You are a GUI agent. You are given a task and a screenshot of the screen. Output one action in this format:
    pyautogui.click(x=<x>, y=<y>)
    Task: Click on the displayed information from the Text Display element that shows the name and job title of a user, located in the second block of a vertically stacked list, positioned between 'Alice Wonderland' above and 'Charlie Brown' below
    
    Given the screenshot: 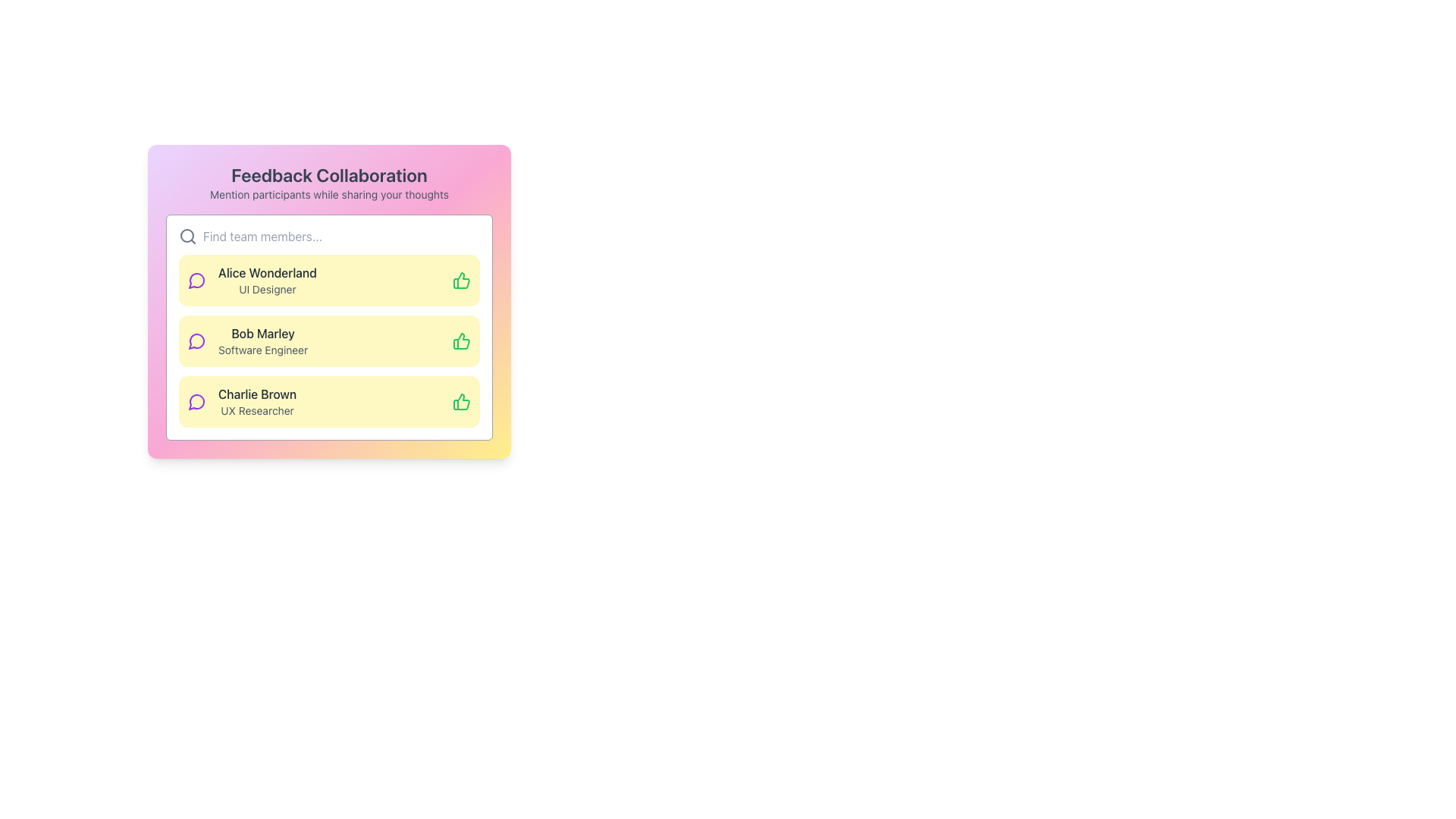 What is the action you would take?
    pyautogui.click(x=263, y=341)
    